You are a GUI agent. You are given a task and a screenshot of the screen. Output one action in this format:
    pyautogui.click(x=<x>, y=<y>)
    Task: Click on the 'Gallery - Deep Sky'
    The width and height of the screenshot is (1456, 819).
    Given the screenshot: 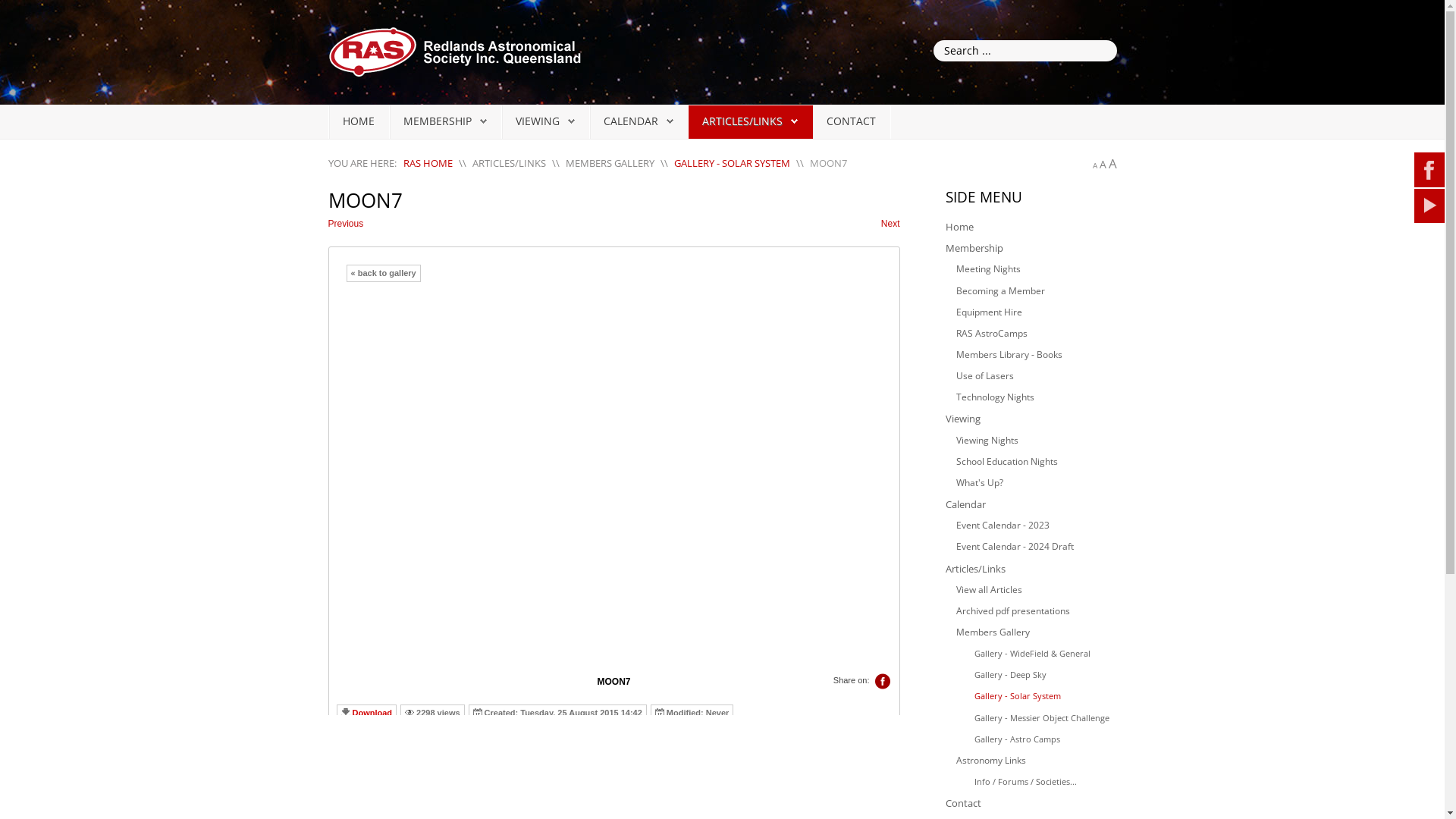 What is the action you would take?
    pyautogui.click(x=1040, y=674)
    